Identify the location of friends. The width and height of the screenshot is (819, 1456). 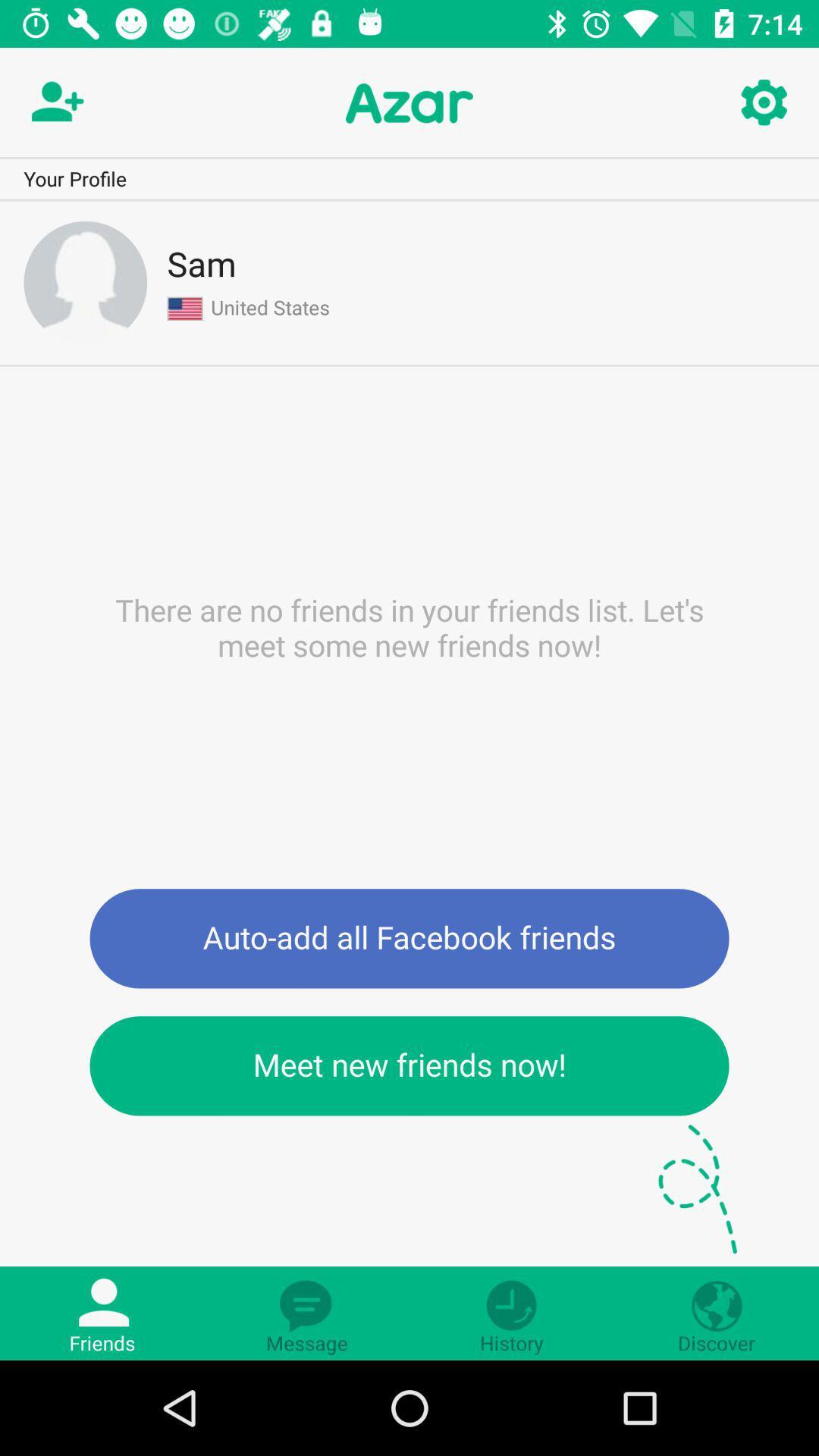
(55, 102).